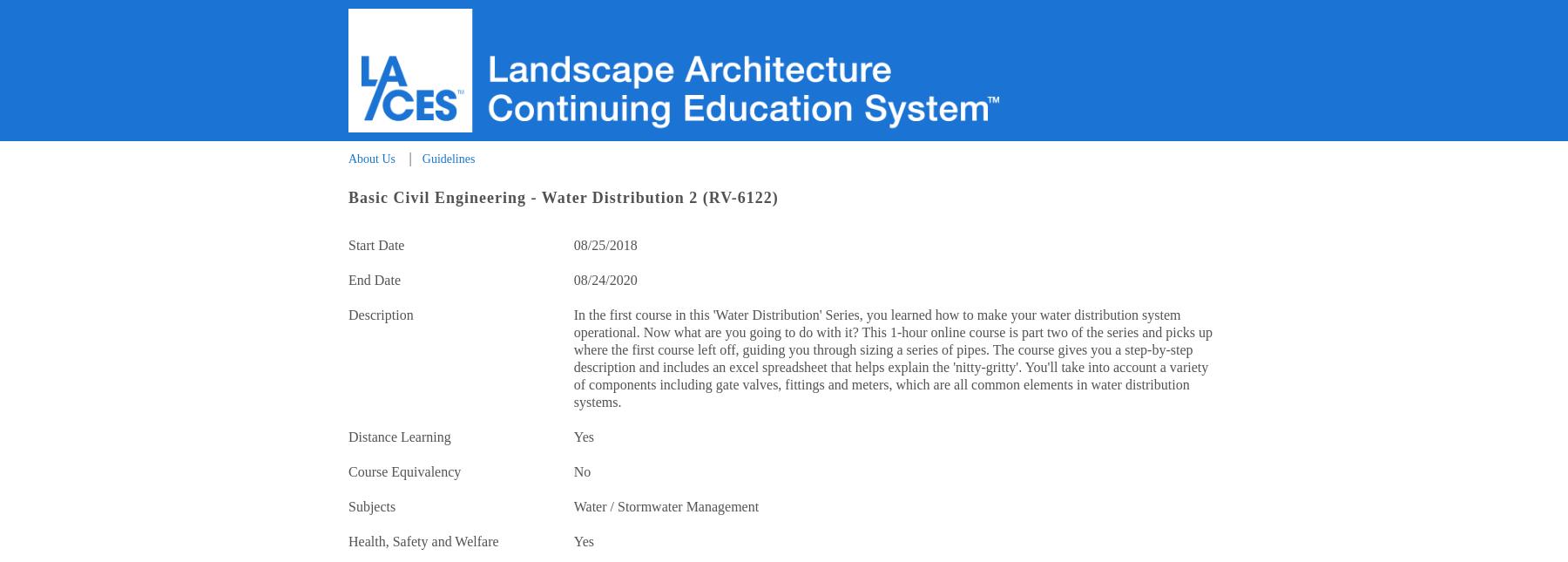 Image resolution: width=1568 pixels, height=562 pixels. Describe the element at coordinates (371, 506) in the screenshot. I see `'Subjects'` at that location.